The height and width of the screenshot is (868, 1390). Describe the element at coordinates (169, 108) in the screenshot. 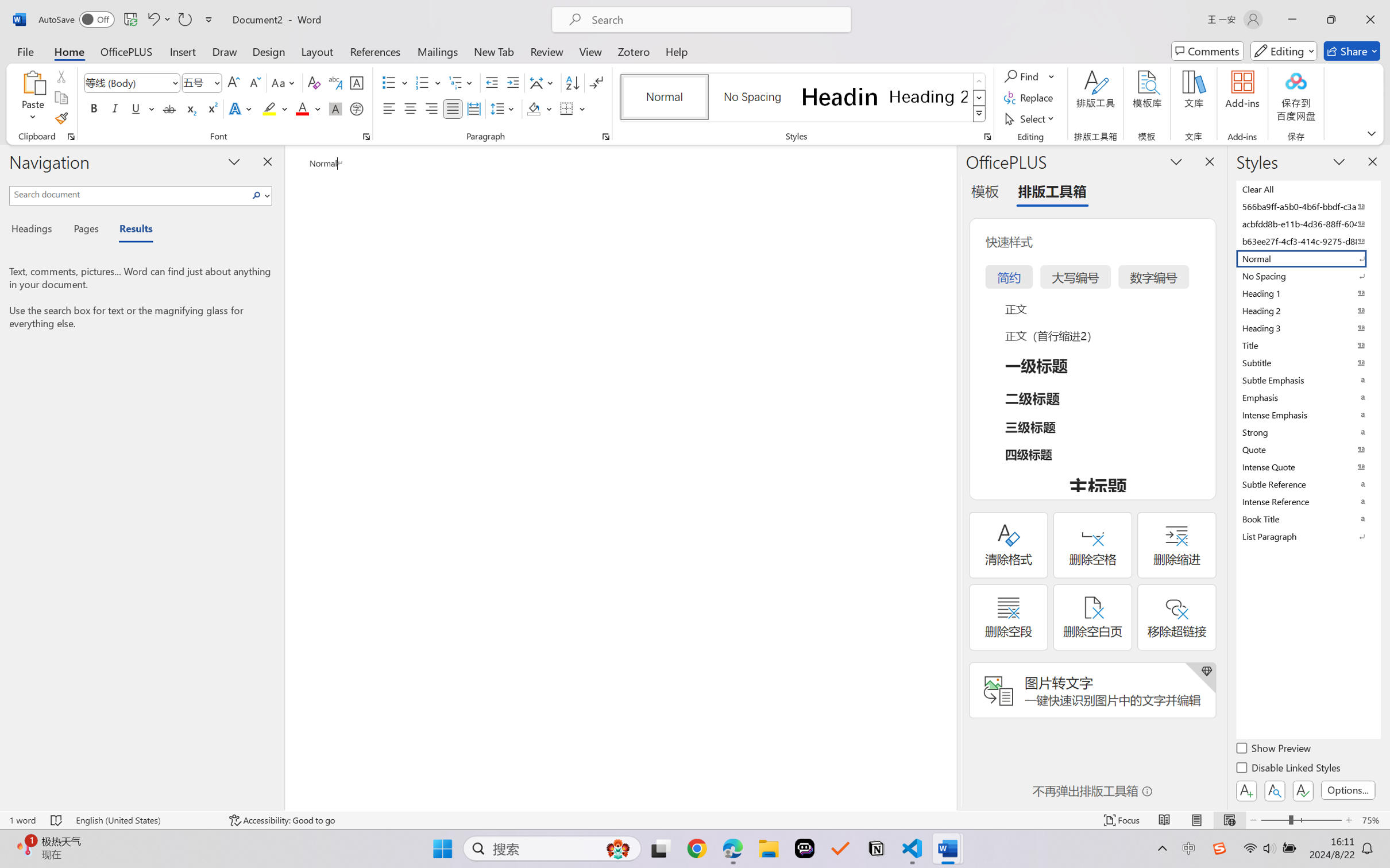

I see `'Strikethrough'` at that location.